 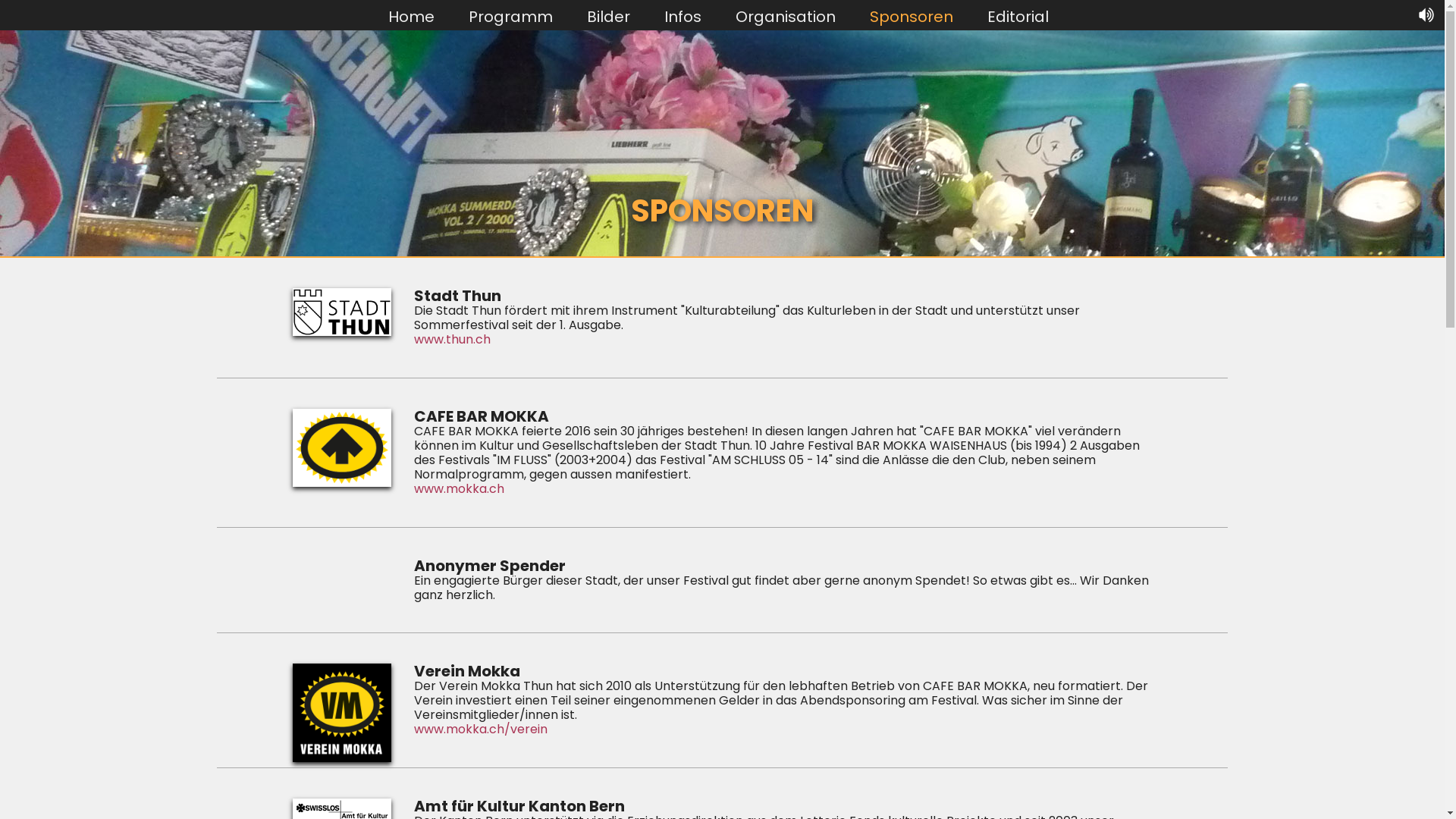 I want to click on 'Sponsoren', so click(x=910, y=15).